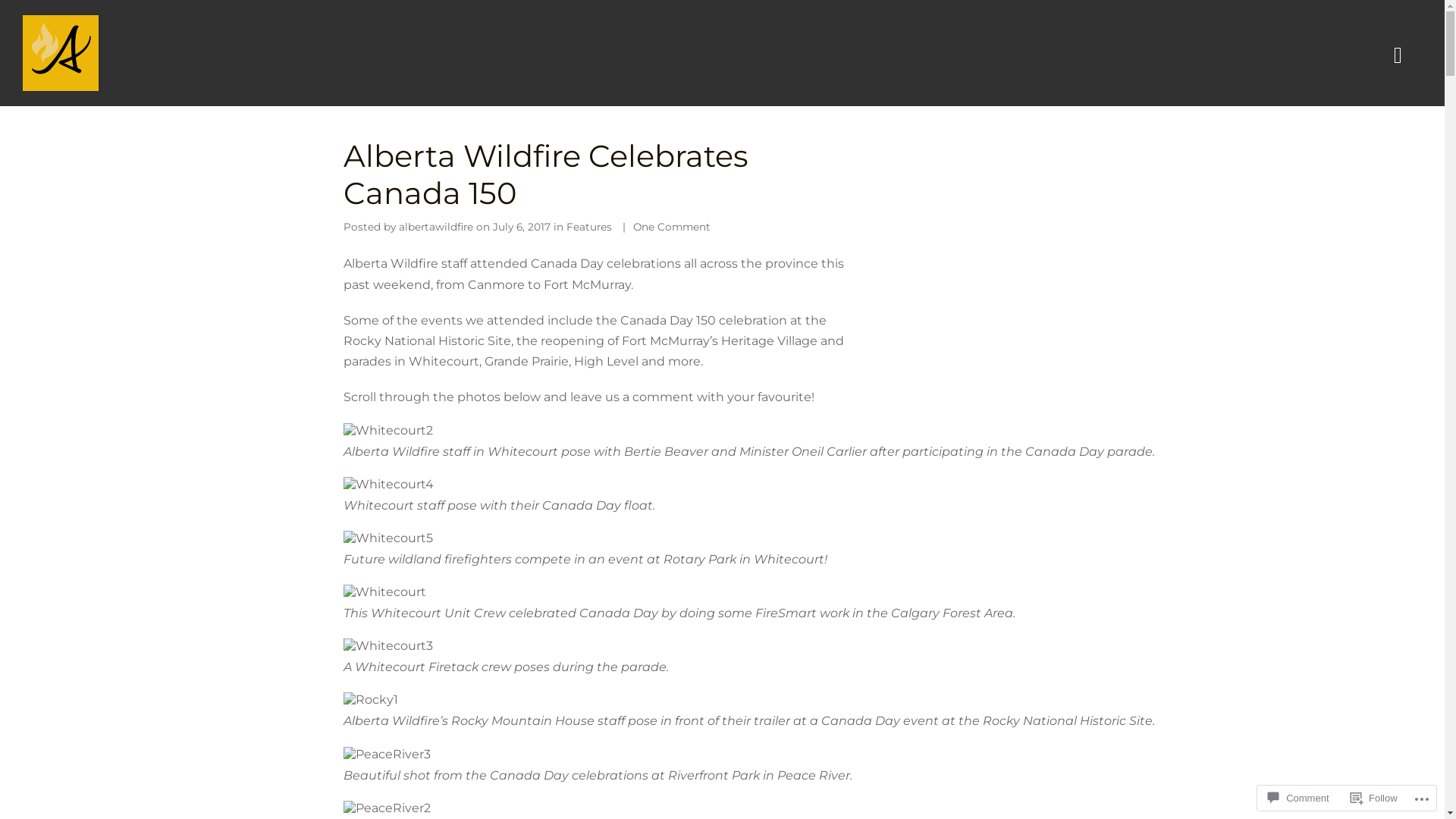 This screenshot has width=1456, height=819. What do you see at coordinates (1374, 797) in the screenshot?
I see `'Follow'` at bounding box center [1374, 797].